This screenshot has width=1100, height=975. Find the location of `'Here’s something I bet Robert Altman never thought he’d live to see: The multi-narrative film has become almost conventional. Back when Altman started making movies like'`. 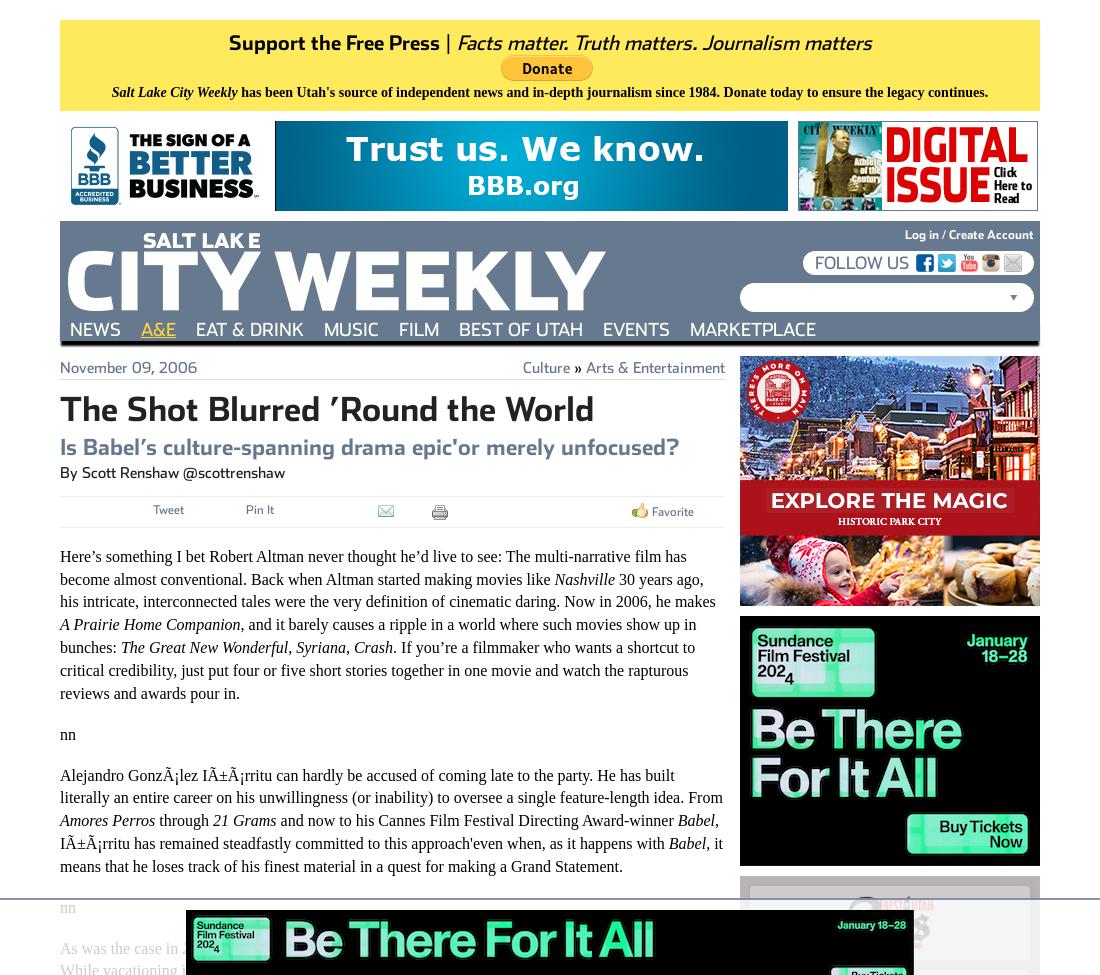

'Here’s something I bet Robert Altman never thought he’d live to see: The multi-narrative film has become almost conventional. Back when Altman started making movies like' is located at coordinates (373, 565).